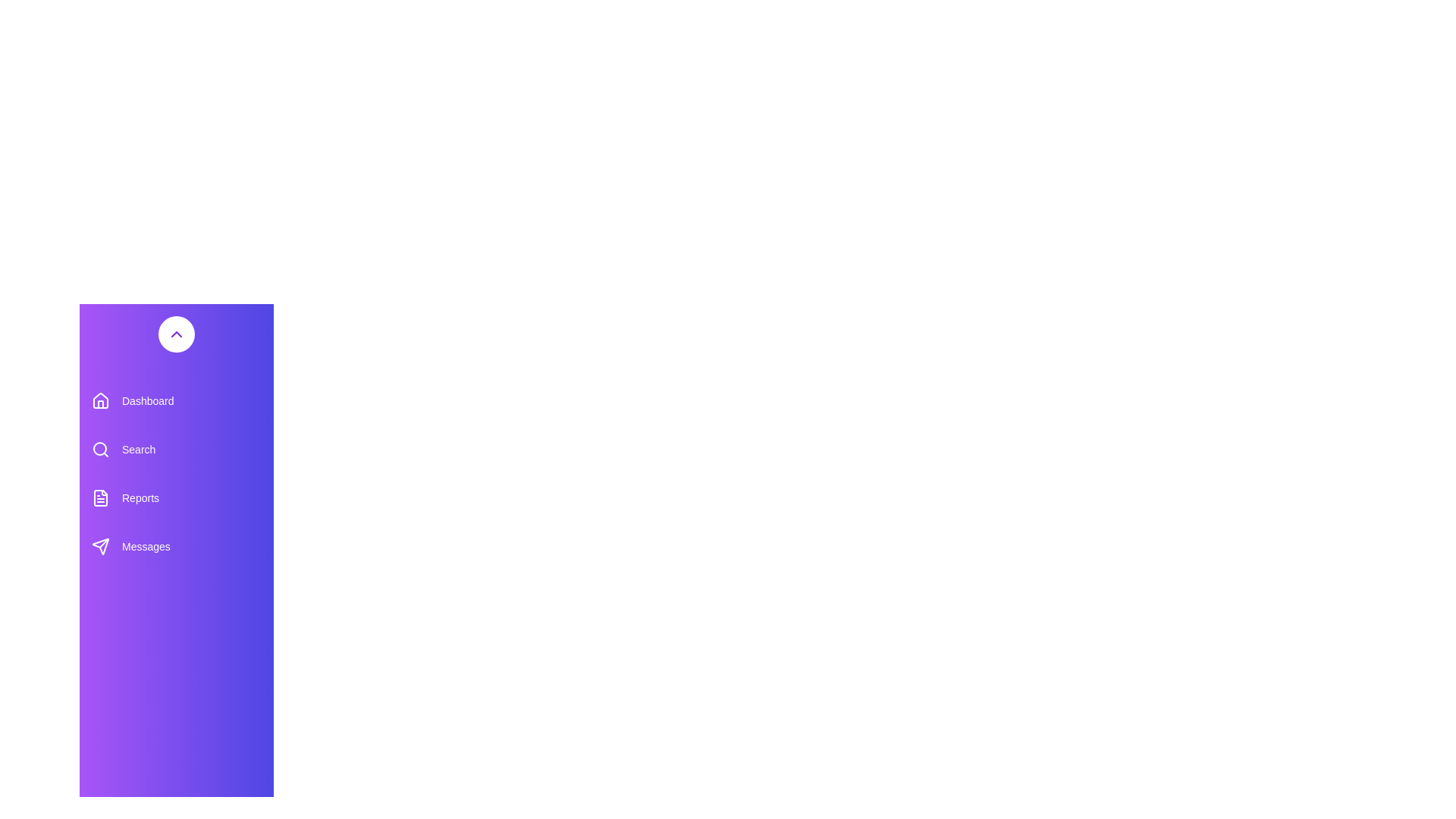 The image size is (1456, 819). What do you see at coordinates (138, 449) in the screenshot?
I see `the 'Search' label in the left-side navigation menu` at bounding box center [138, 449].